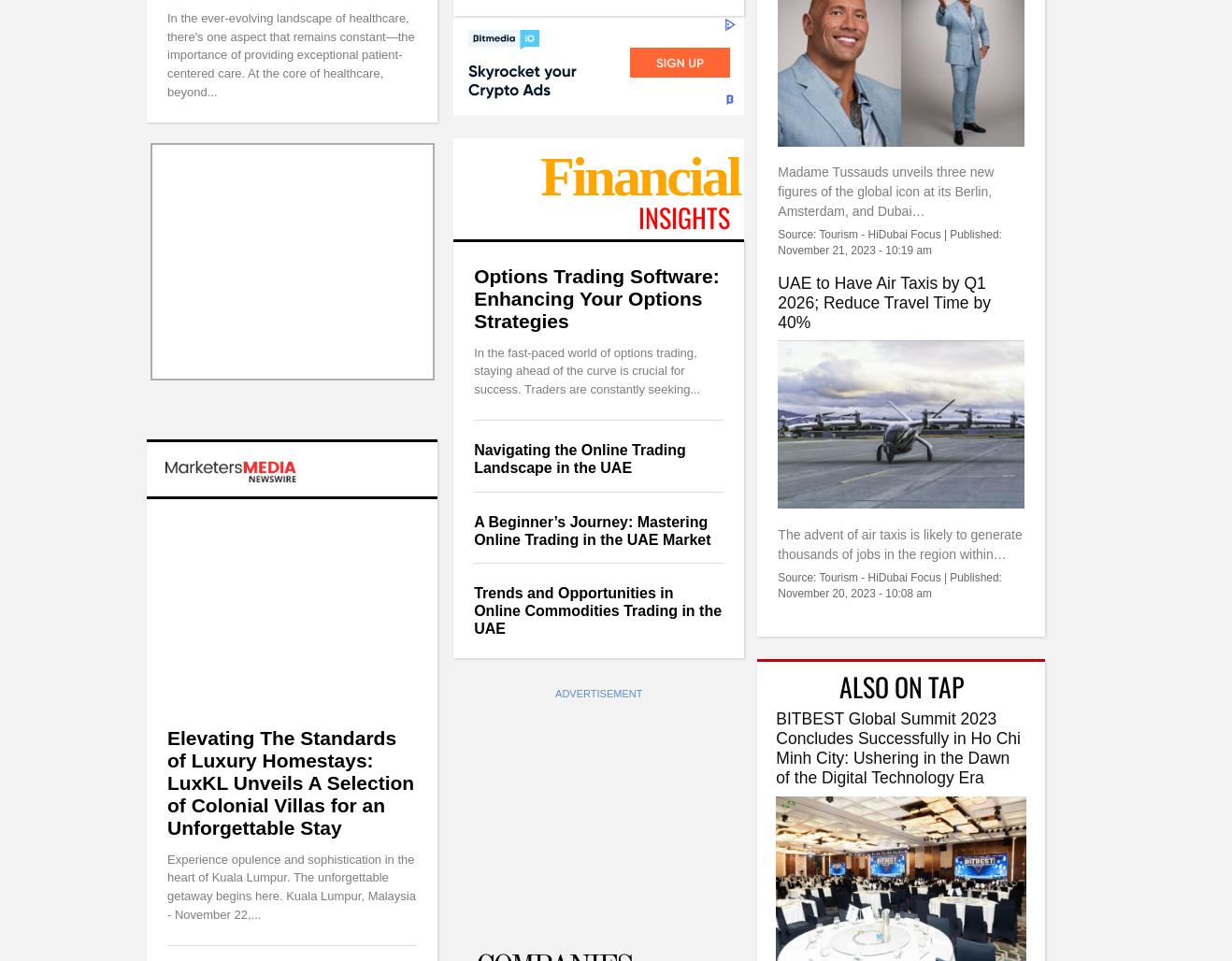  What do you see at coordinates (777, 250) in the screenshot?
I see `'November 21, 2023 - 10:19 am'` at bounding box center [777, 250].